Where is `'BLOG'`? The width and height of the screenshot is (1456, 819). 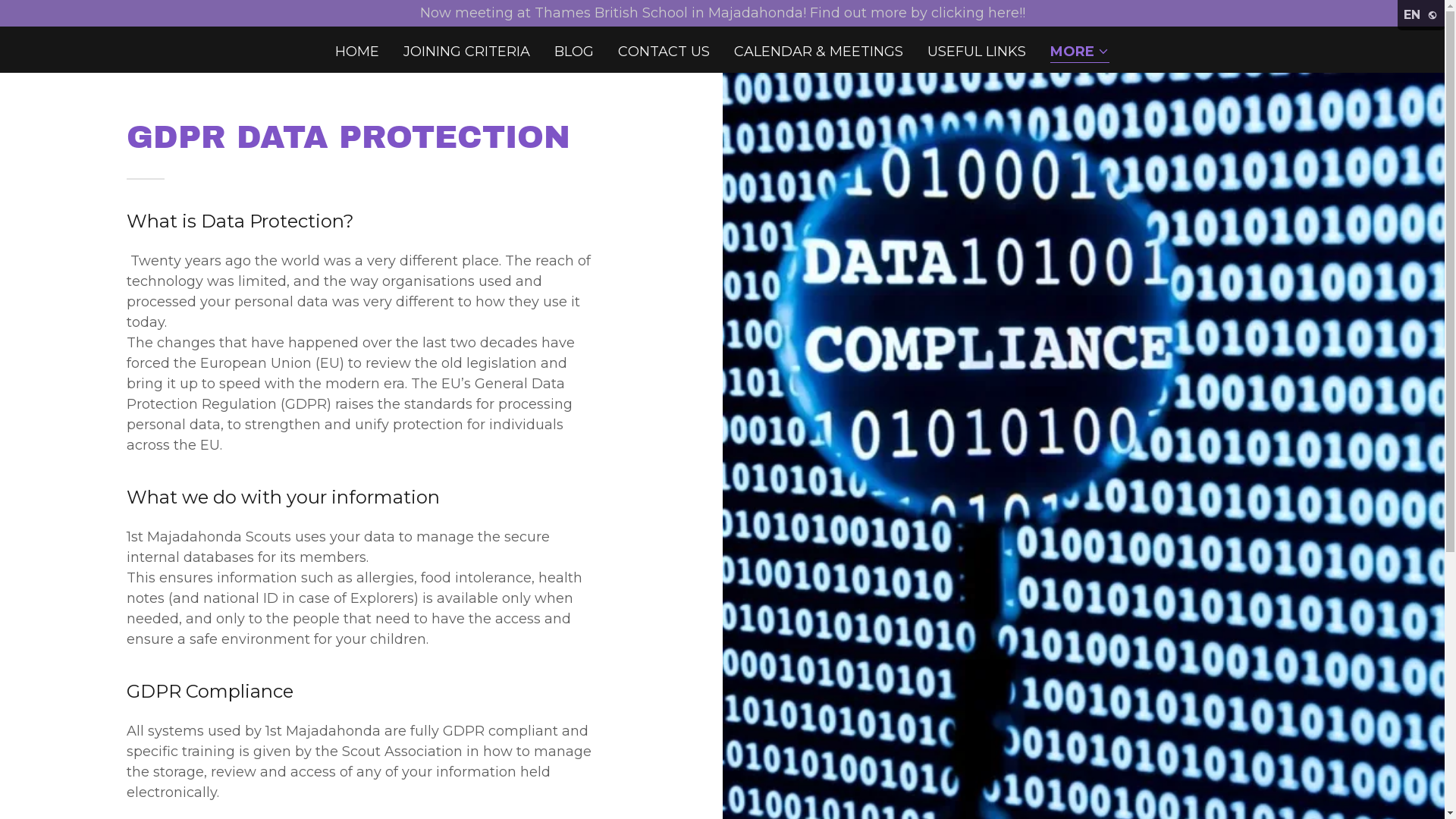 'BLOG' is located at coordinates (573, 51).